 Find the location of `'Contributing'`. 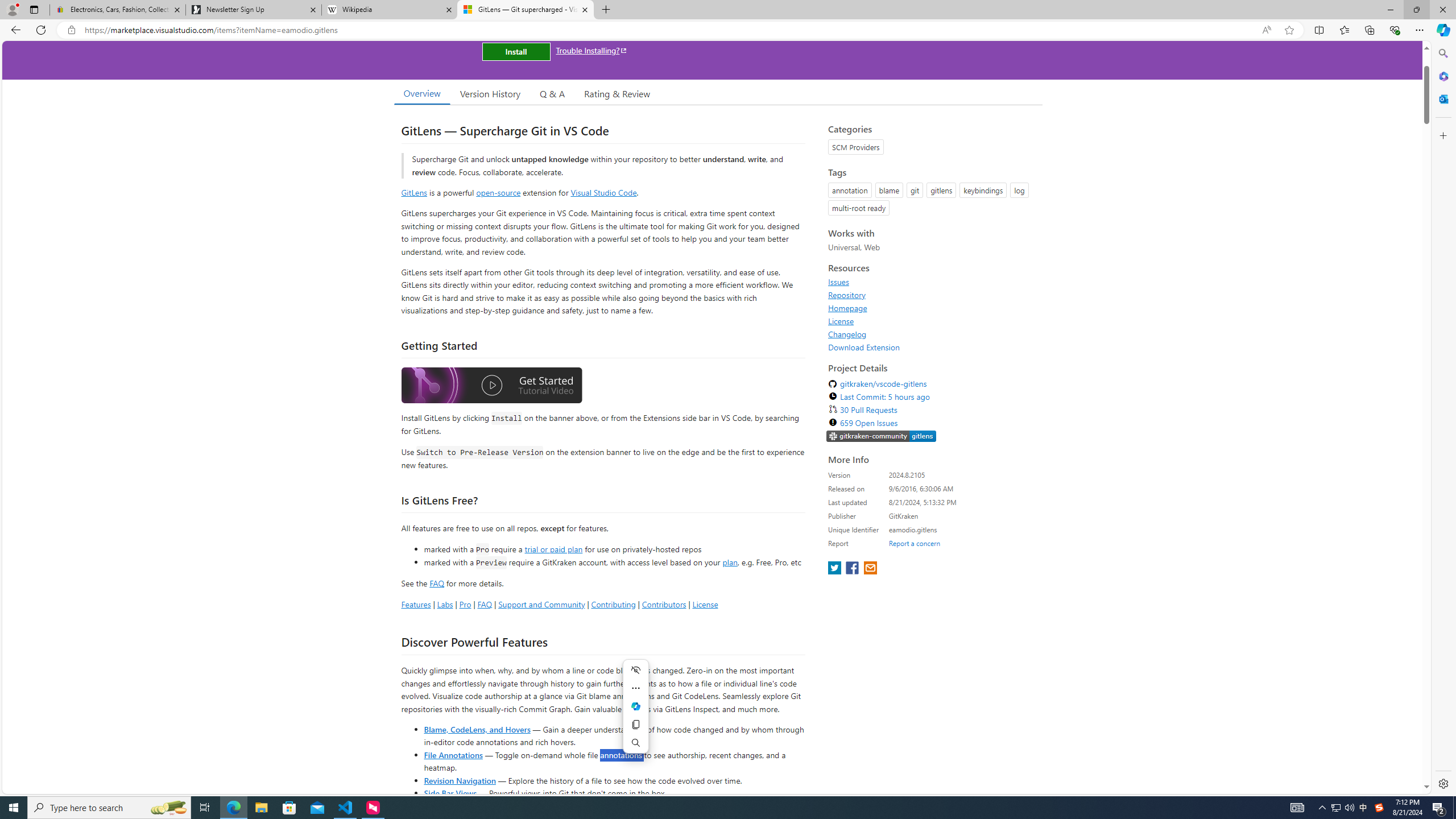

'Contributing' is located at coordinates (614, 603).